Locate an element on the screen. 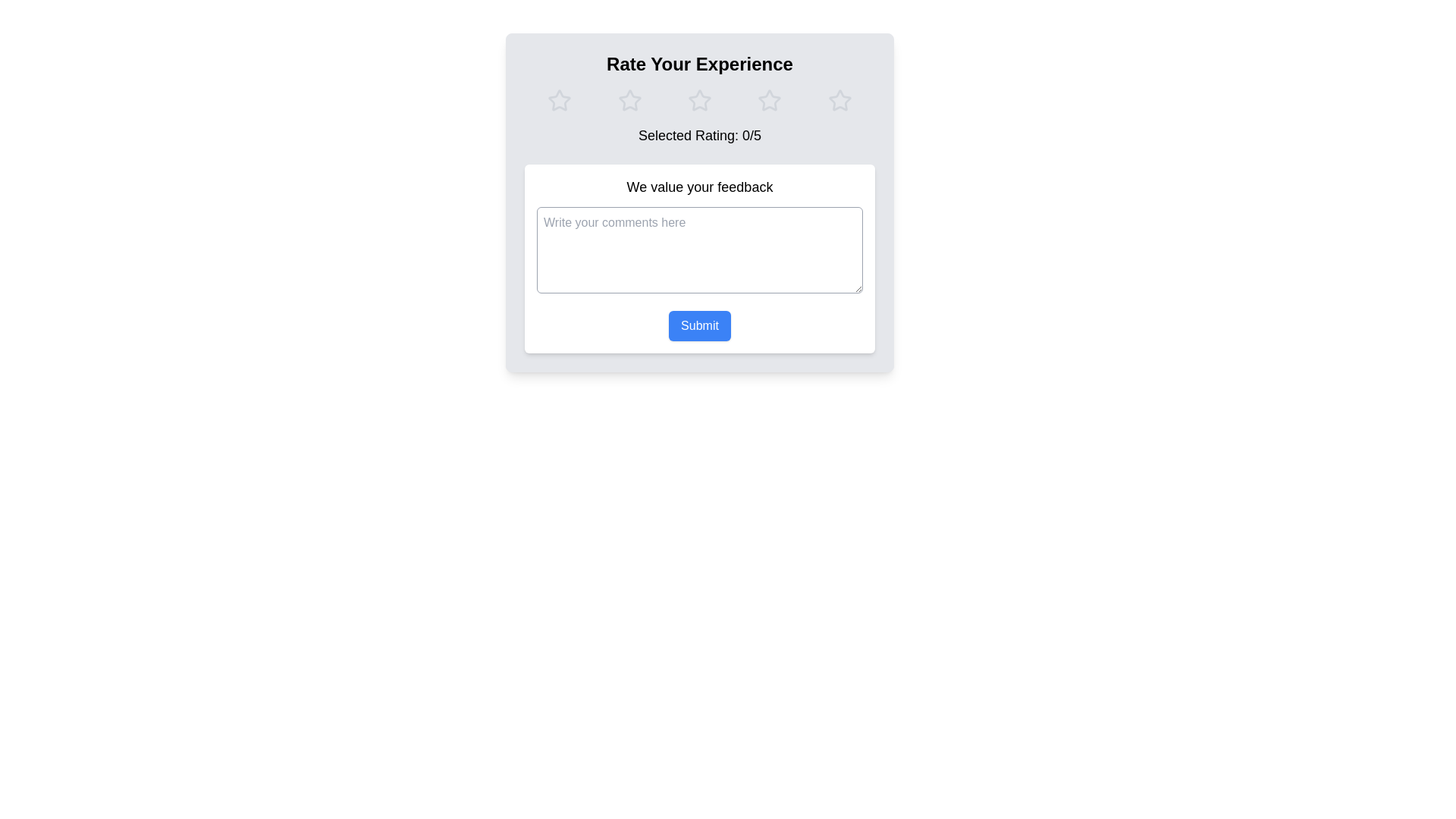 Image resolution: width=1456 pixels, height=819 pixels. the 'Submit' button, which is a rectangular button with rounded corners, blue background, and white text, located below the multiline text area in the feedback form is located at coordinates (698, 325).